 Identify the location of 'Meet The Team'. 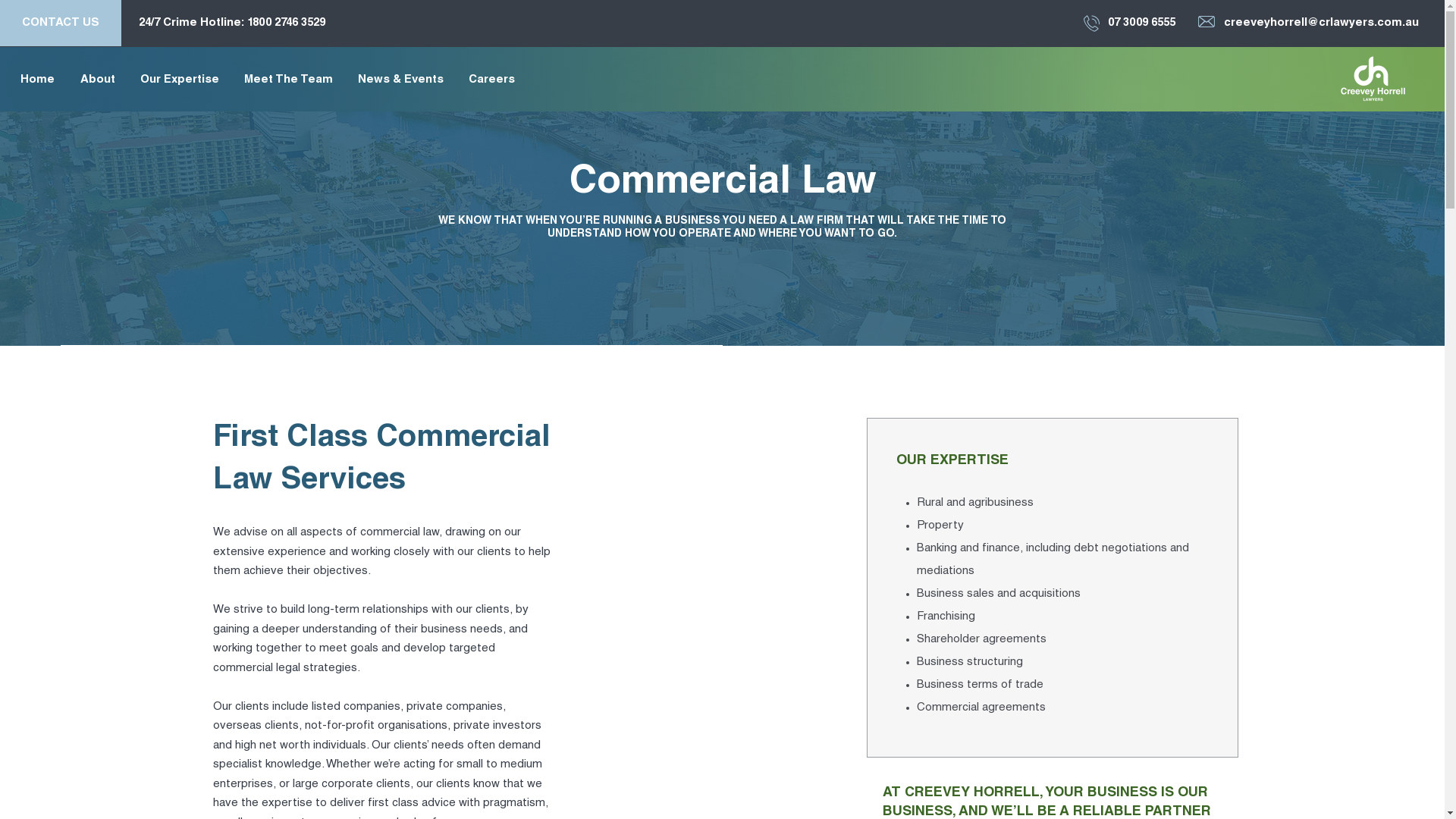
(287, 80).